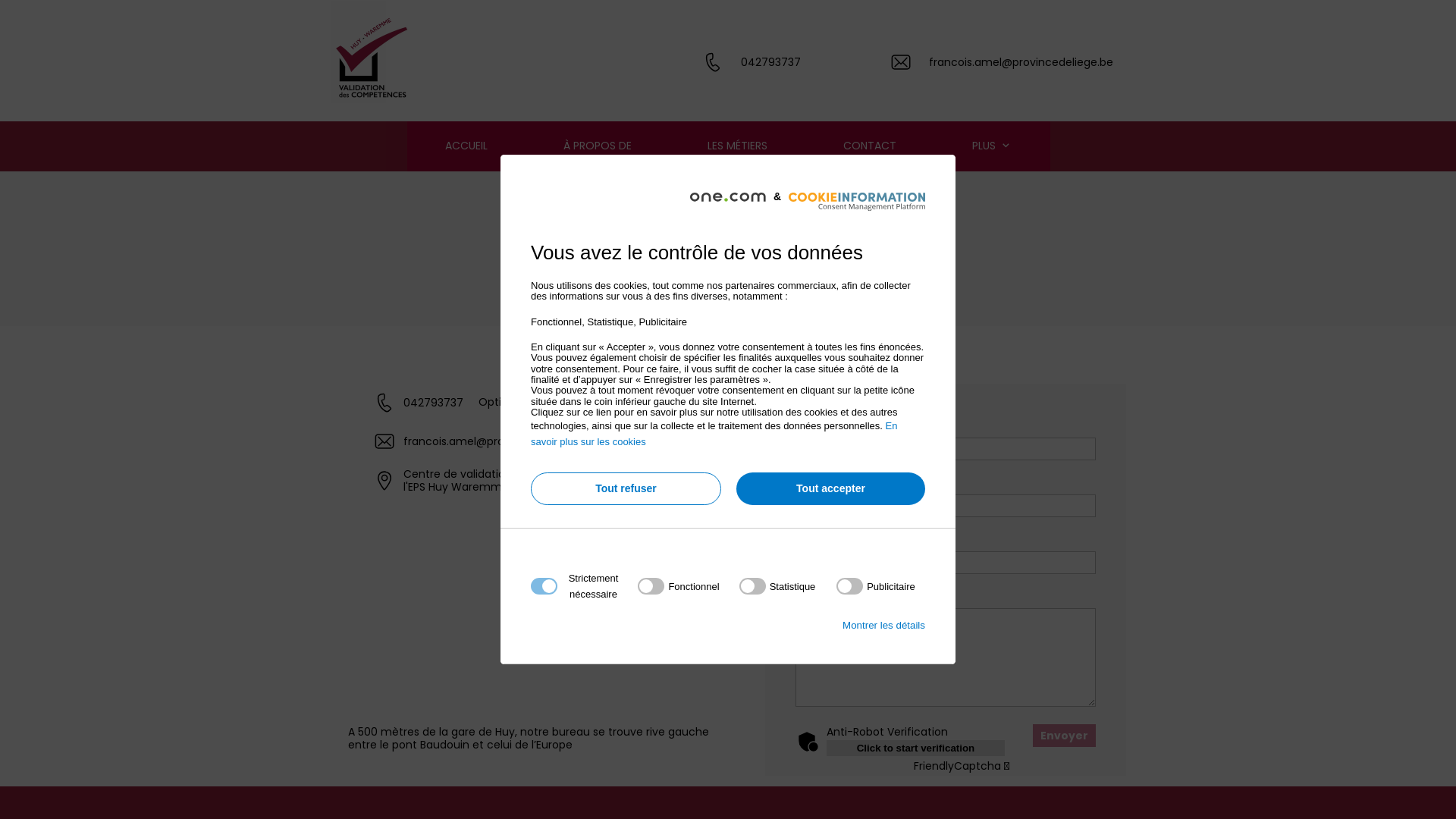 The width and height of the screenshot is (1456, 819). I want to click on 'PLUS', so click(992, 146).